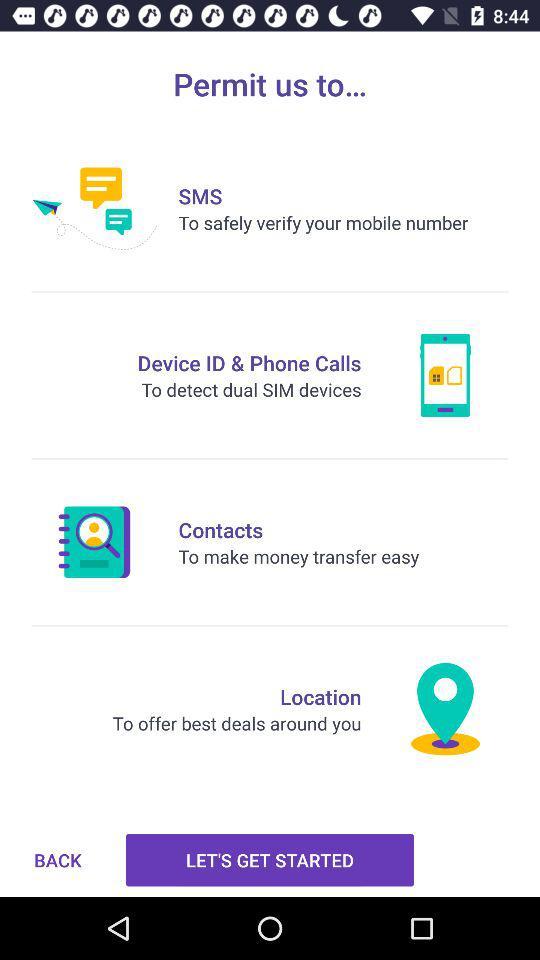 The image size is (540, 960). What do you see at coordinates (57, 859) in the screenshot?
I see `the back icon` at bounding box center [57, 859].